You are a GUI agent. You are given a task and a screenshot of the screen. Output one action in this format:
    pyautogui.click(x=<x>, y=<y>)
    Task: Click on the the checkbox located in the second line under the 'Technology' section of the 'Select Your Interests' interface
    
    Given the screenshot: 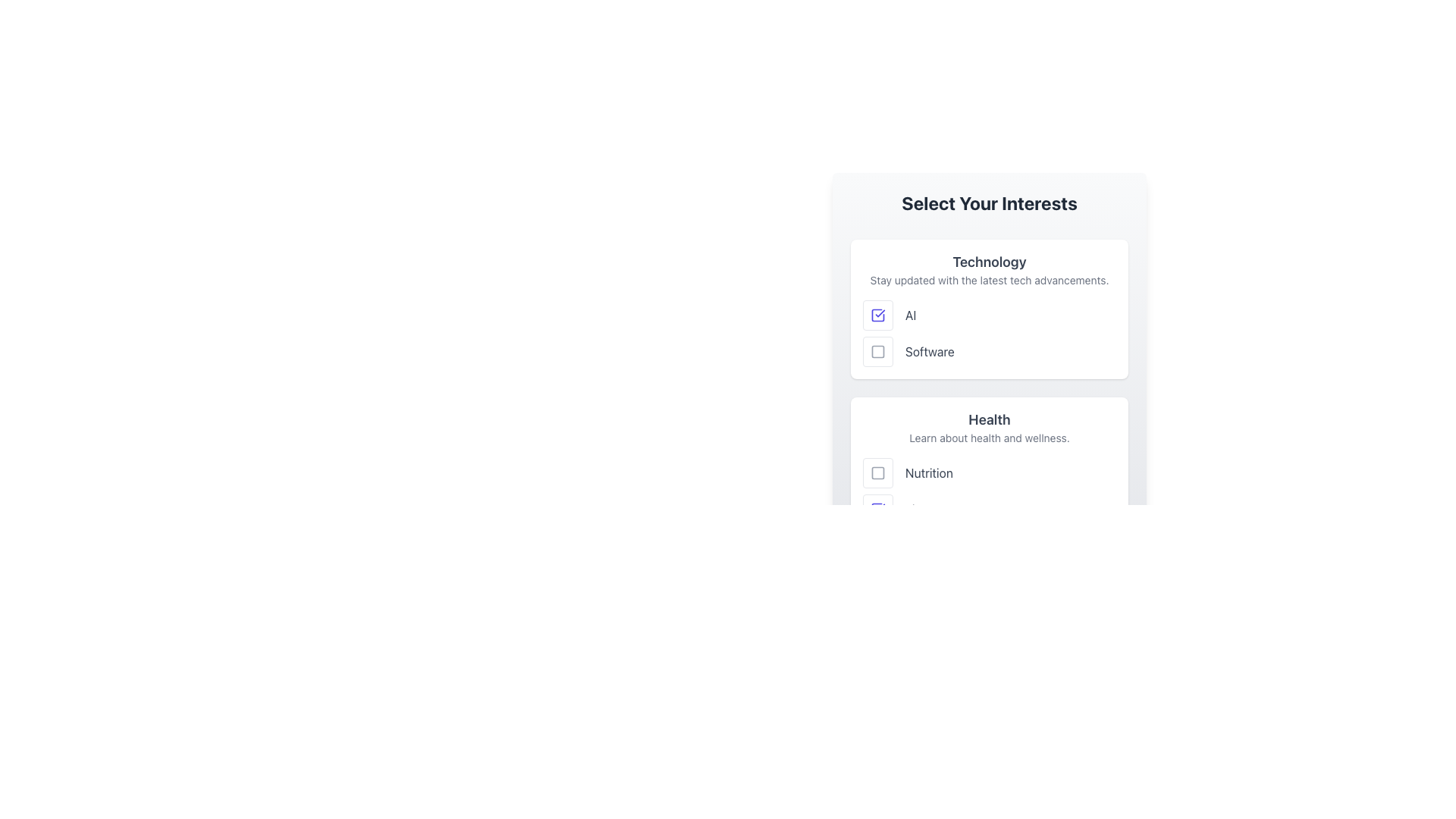 What is the action you would take?
    pyautogui.click(x=990, y=351)
    